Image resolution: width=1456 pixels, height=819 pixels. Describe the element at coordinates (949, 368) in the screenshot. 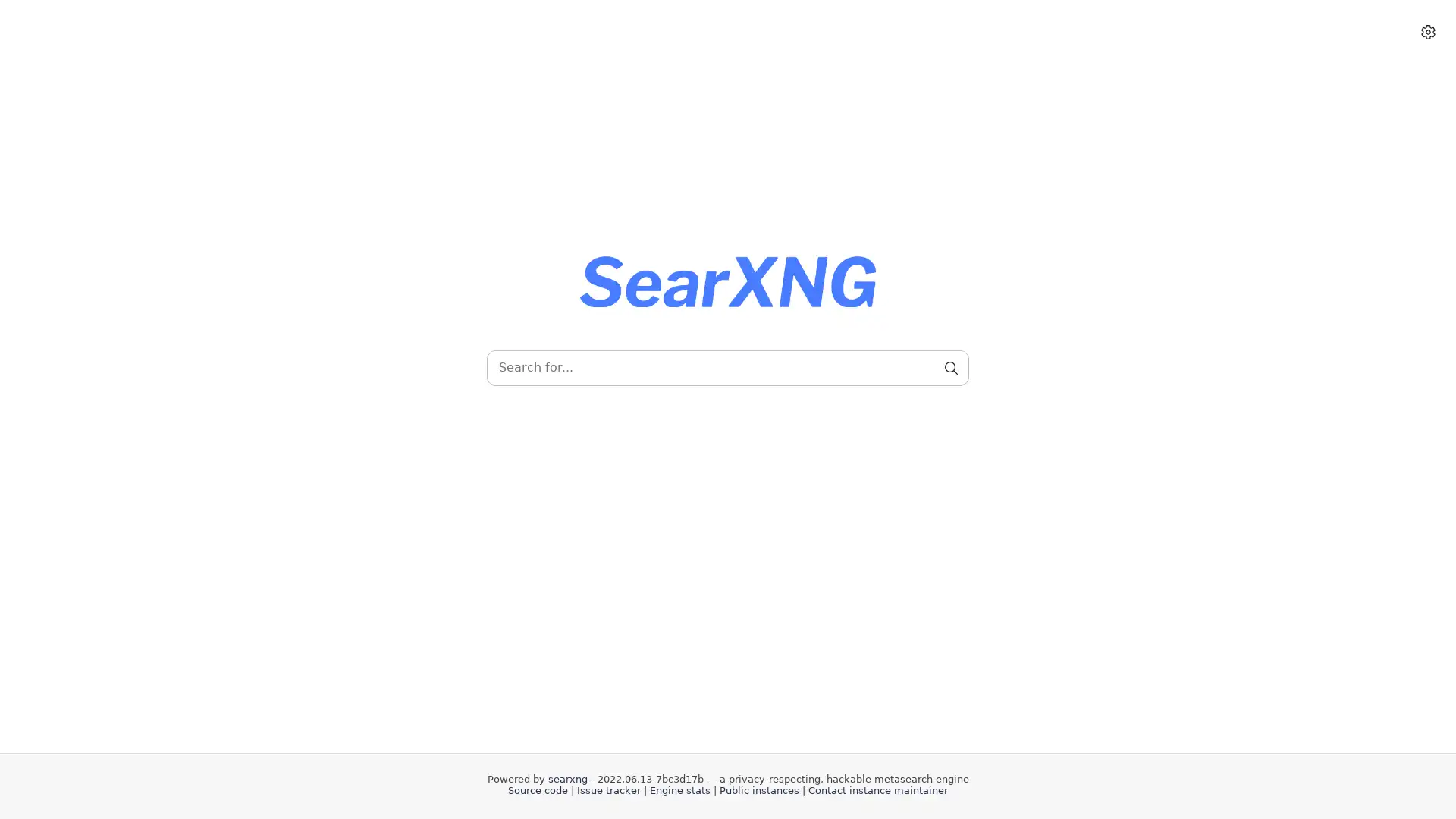

I see `search` at that location.